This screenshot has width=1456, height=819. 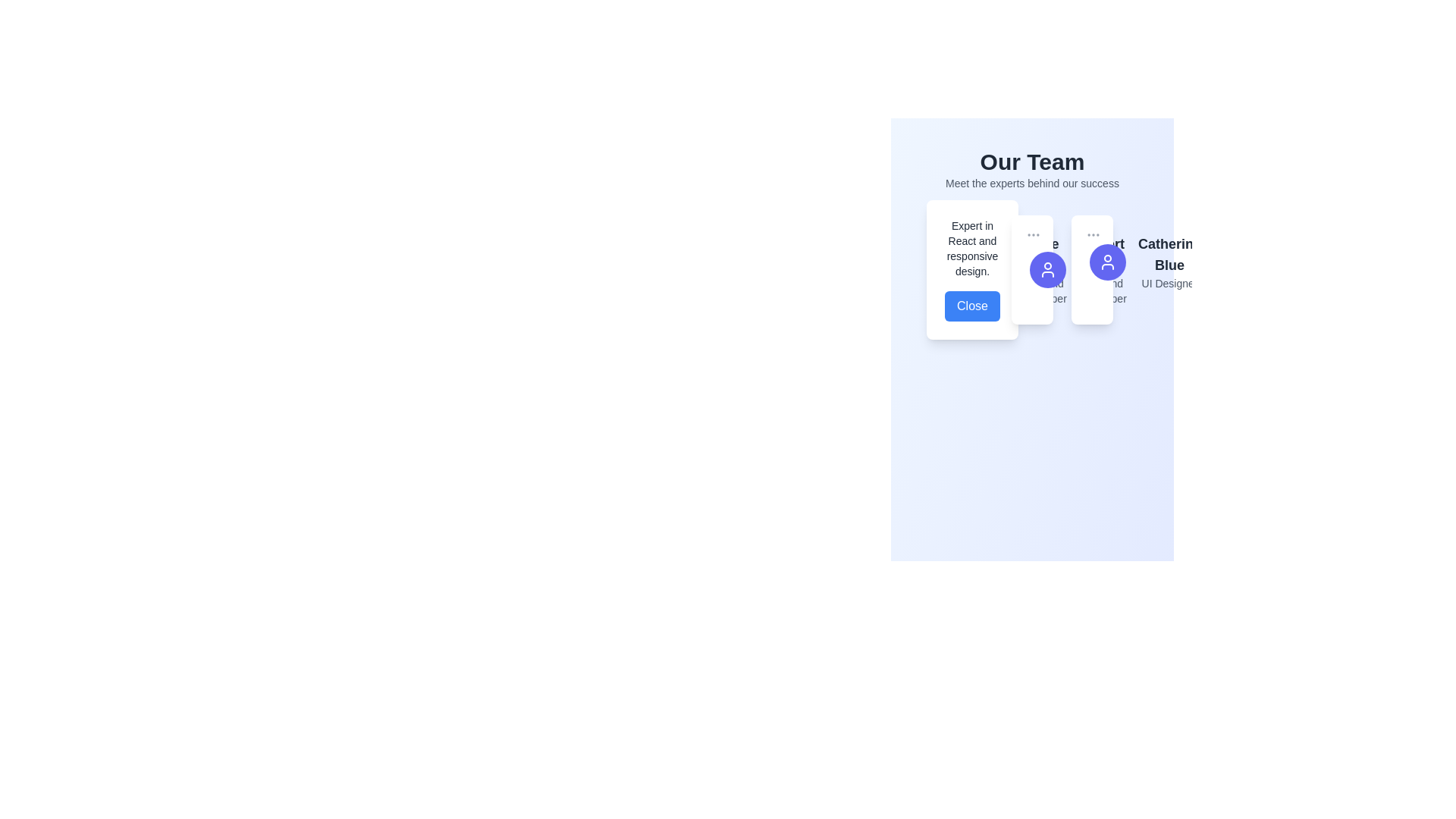 I want to click on informational text block displaying 'Catherine Blue' and 'UI Designer' located in the upper-right quadrant of the card in the 'Meet the experts behind our success' section, so click(x=1169, y=262).